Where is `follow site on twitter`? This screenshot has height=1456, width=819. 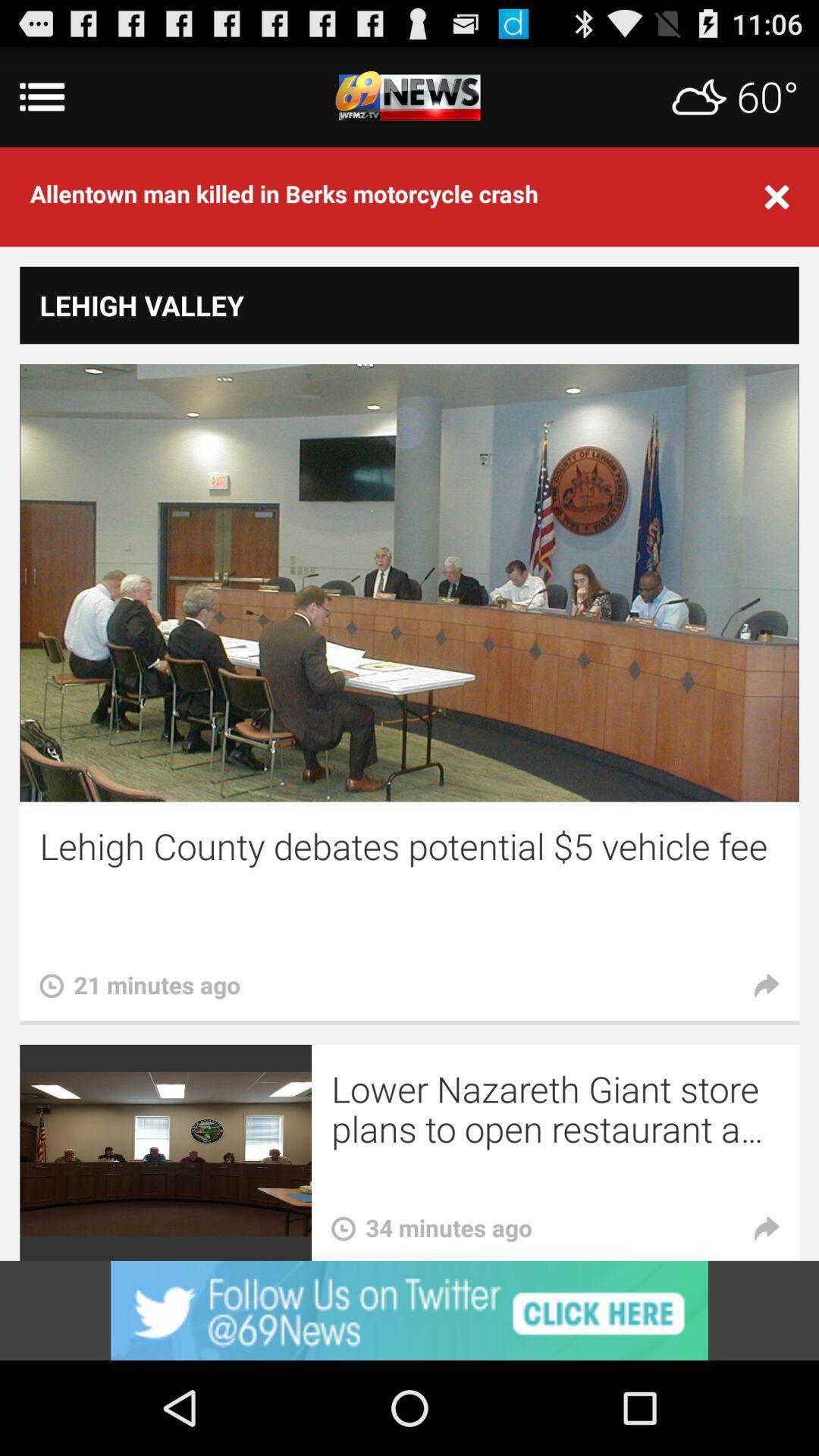
follow site on twitter is located at coordinates (409, 1310).